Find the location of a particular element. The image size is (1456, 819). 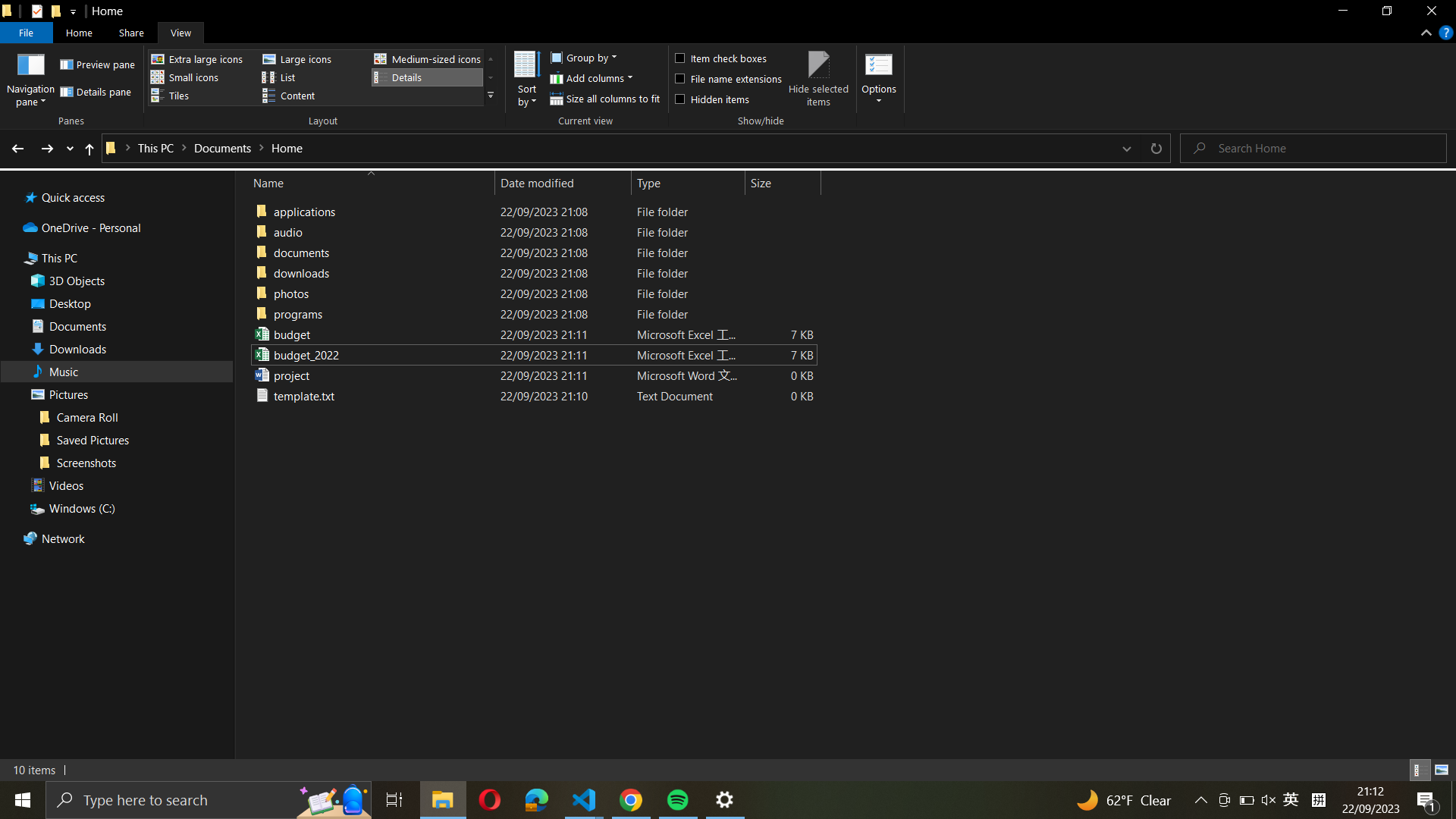

Sort the files in the "documents" folder by name is located at coordinates (531, 271).